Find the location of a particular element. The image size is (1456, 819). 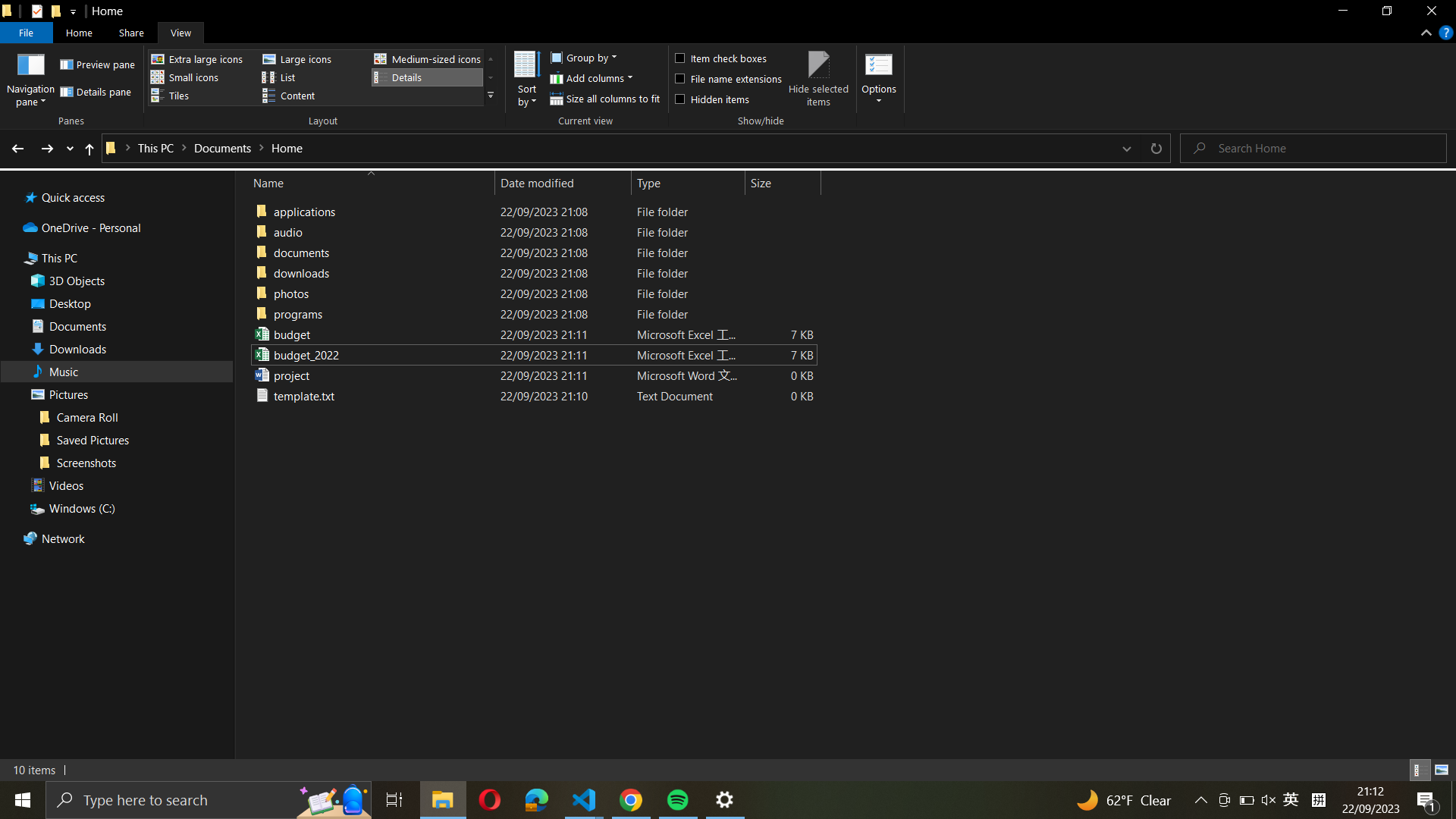

Sort the files in the "documents" folder by name is located at coordinates (531, 271).